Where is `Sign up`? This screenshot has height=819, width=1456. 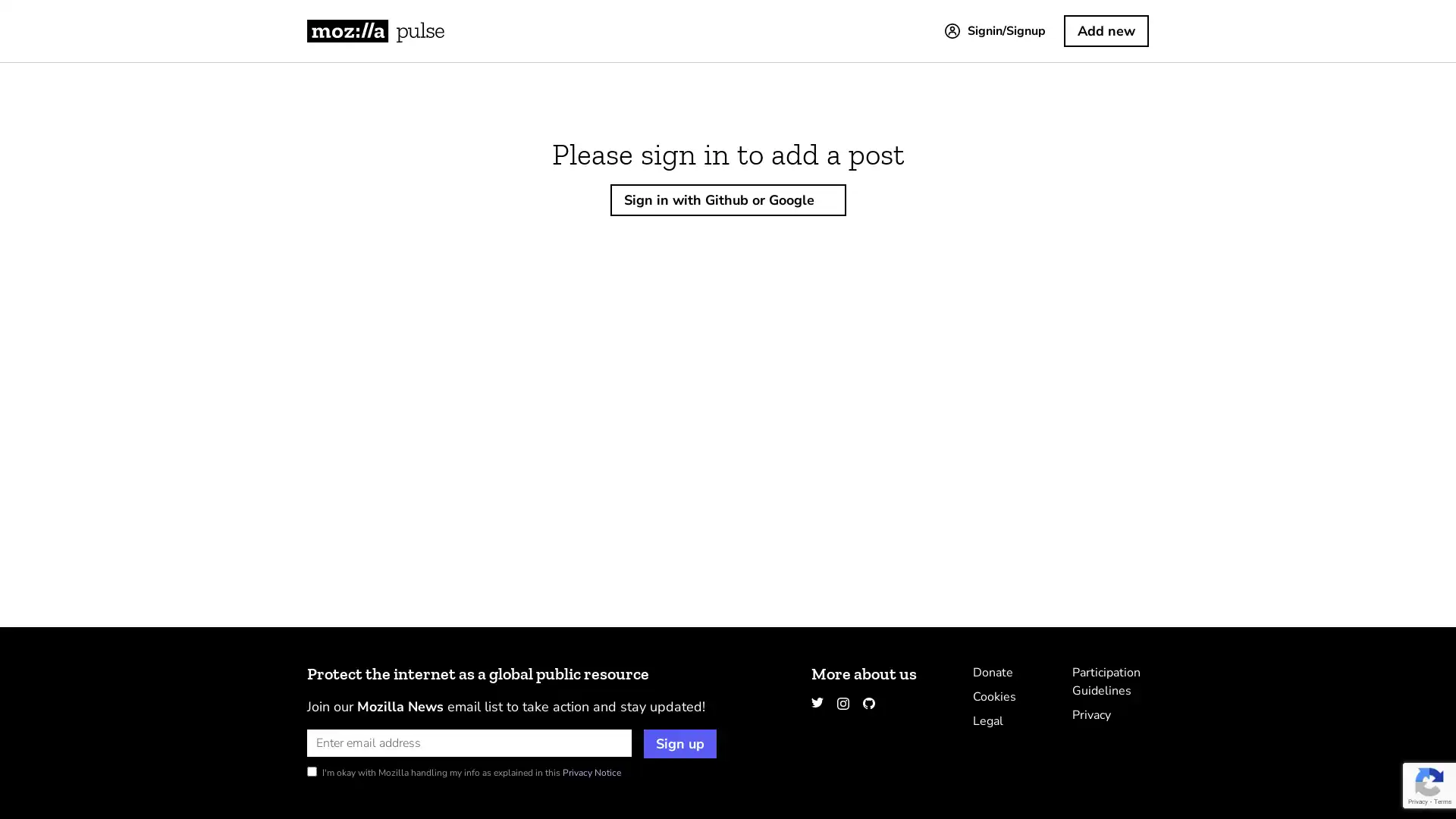
Sign up is located at coordinates (679, 742).